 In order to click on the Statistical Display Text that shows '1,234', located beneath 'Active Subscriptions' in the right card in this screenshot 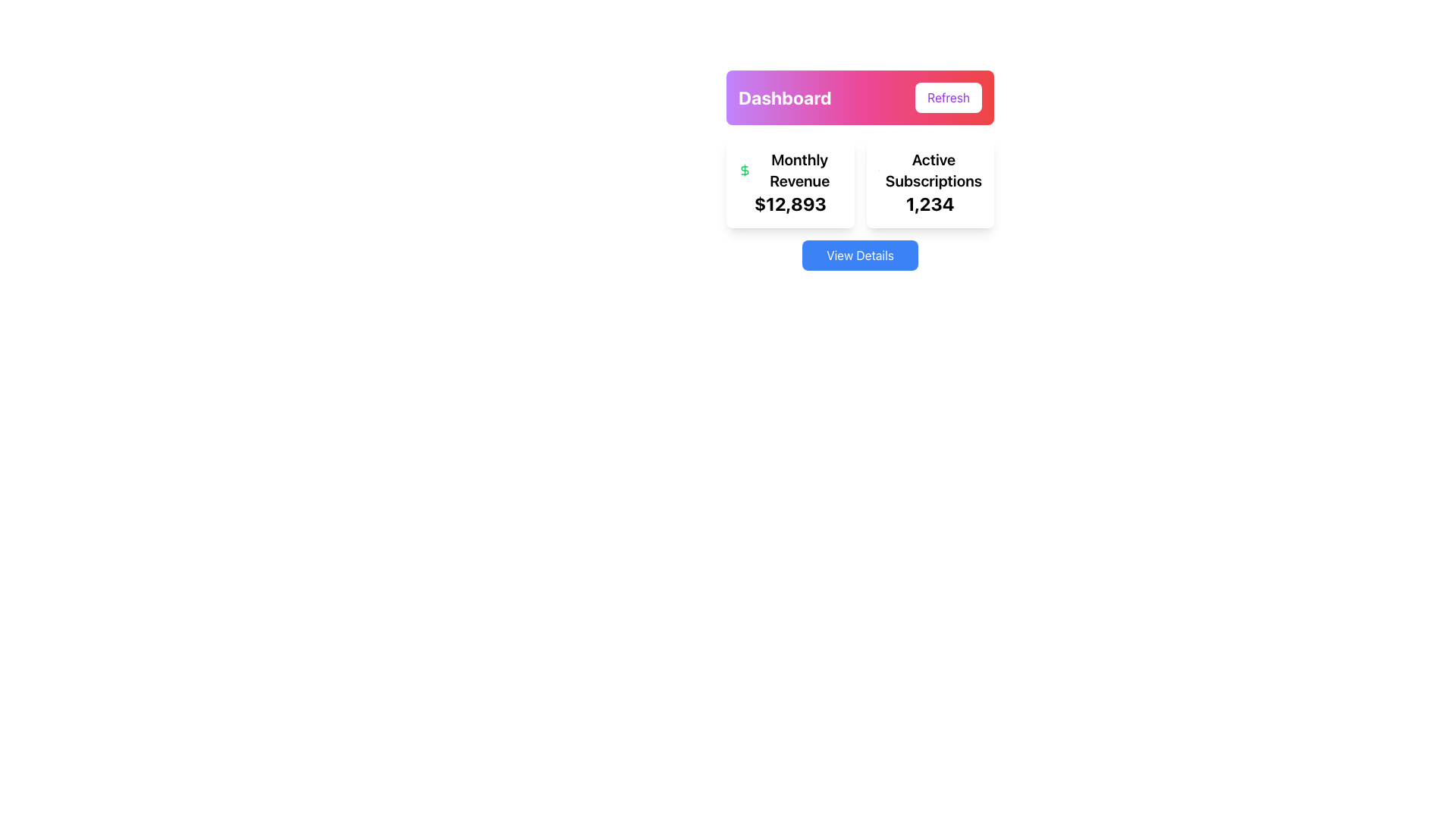, I will do `click(929, 203)`.